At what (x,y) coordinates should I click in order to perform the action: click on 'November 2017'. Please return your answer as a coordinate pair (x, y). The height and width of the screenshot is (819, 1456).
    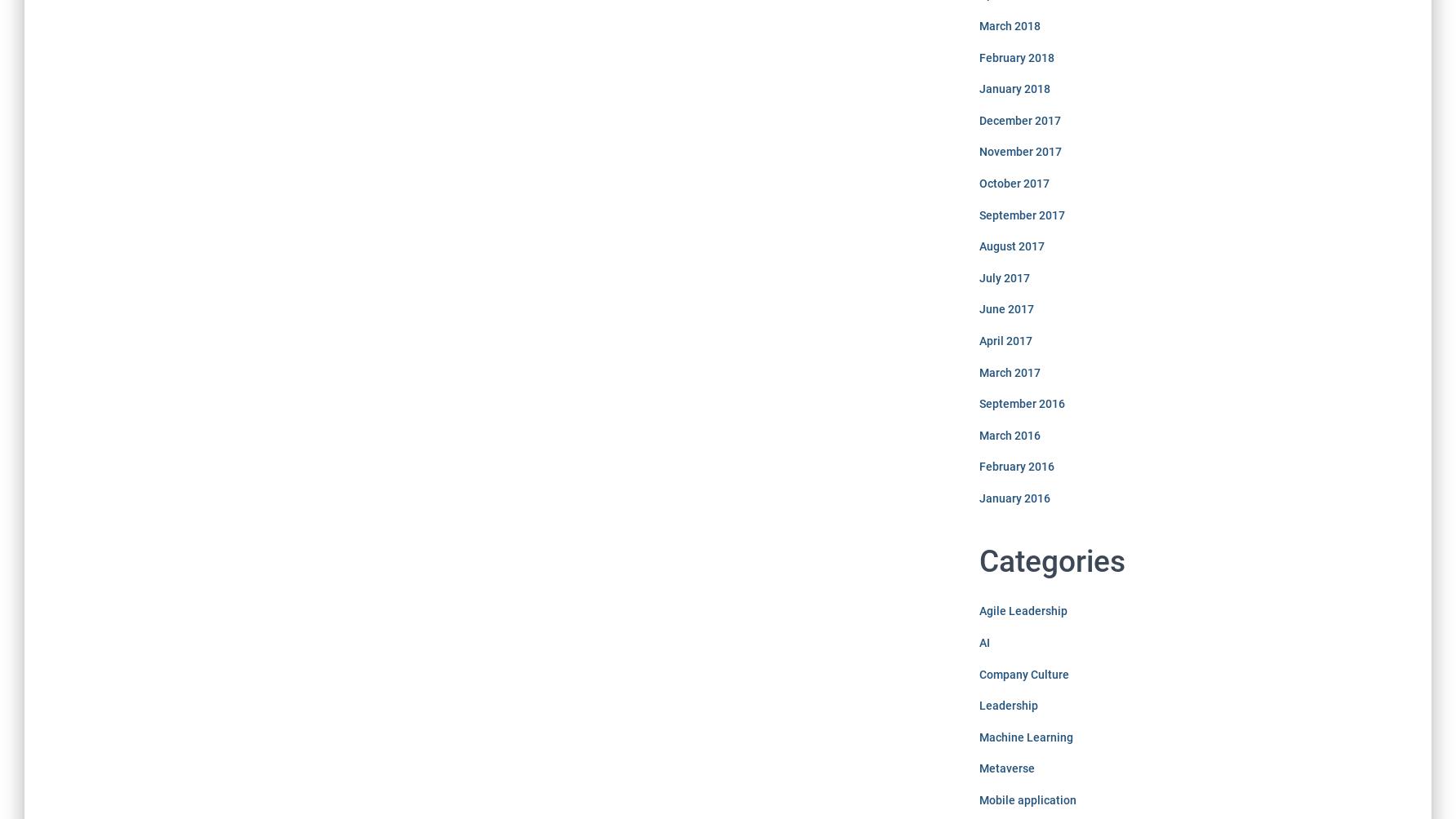
    Looking at the image, I should click on (1019, 151).